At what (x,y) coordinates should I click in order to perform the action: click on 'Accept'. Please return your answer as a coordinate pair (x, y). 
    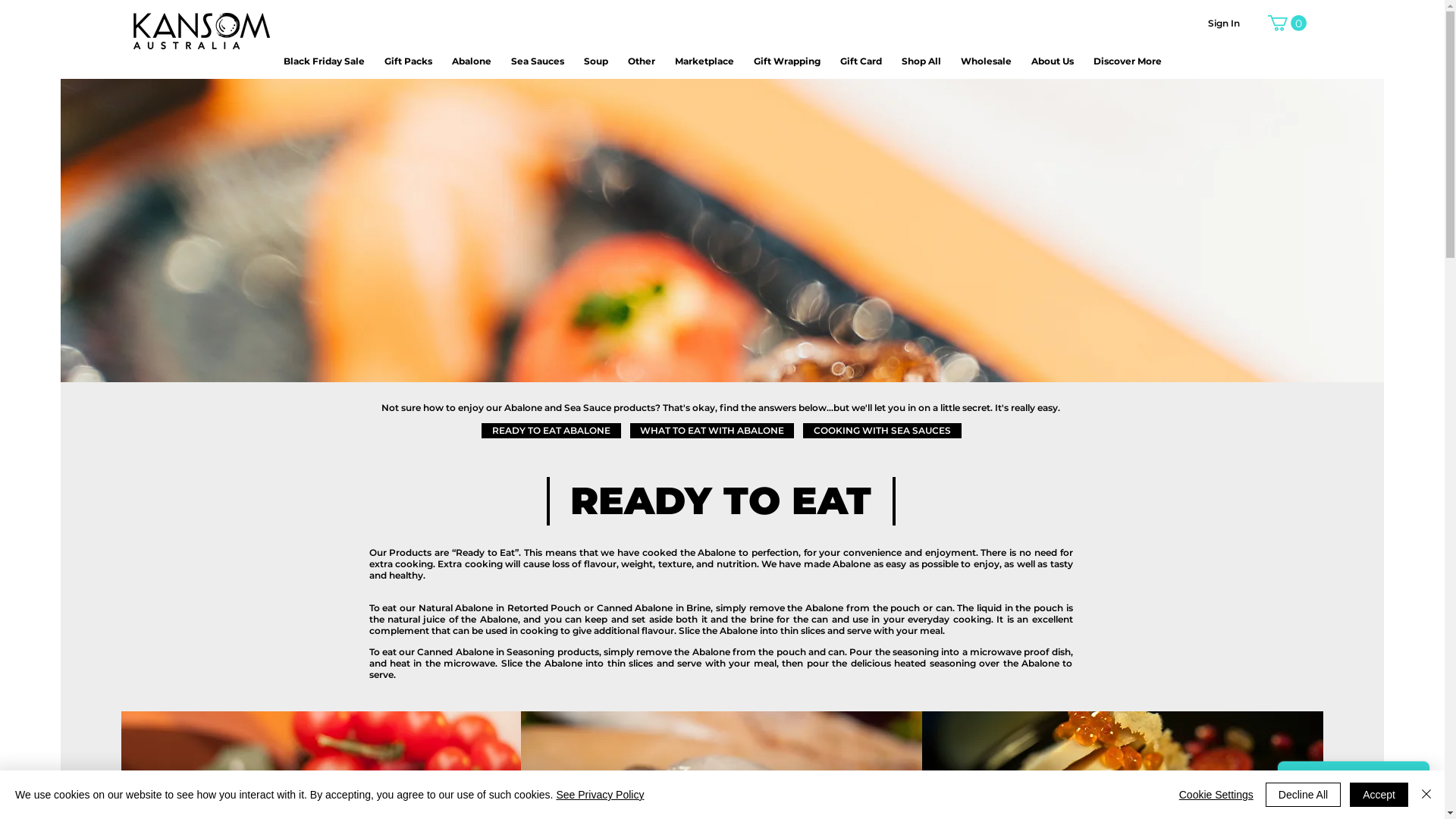
    Looking at the image, I should click on (1350, 794).